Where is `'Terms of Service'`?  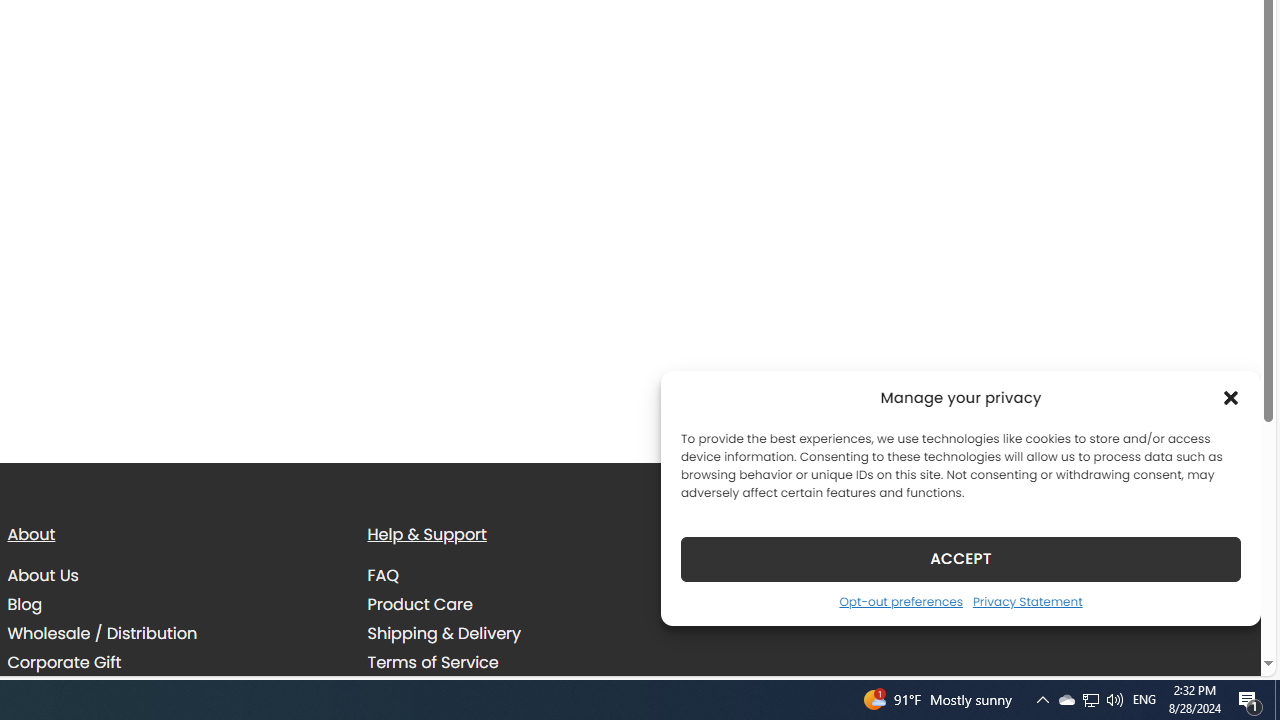
'Terms of Service' is located at coordinates (432, 662).